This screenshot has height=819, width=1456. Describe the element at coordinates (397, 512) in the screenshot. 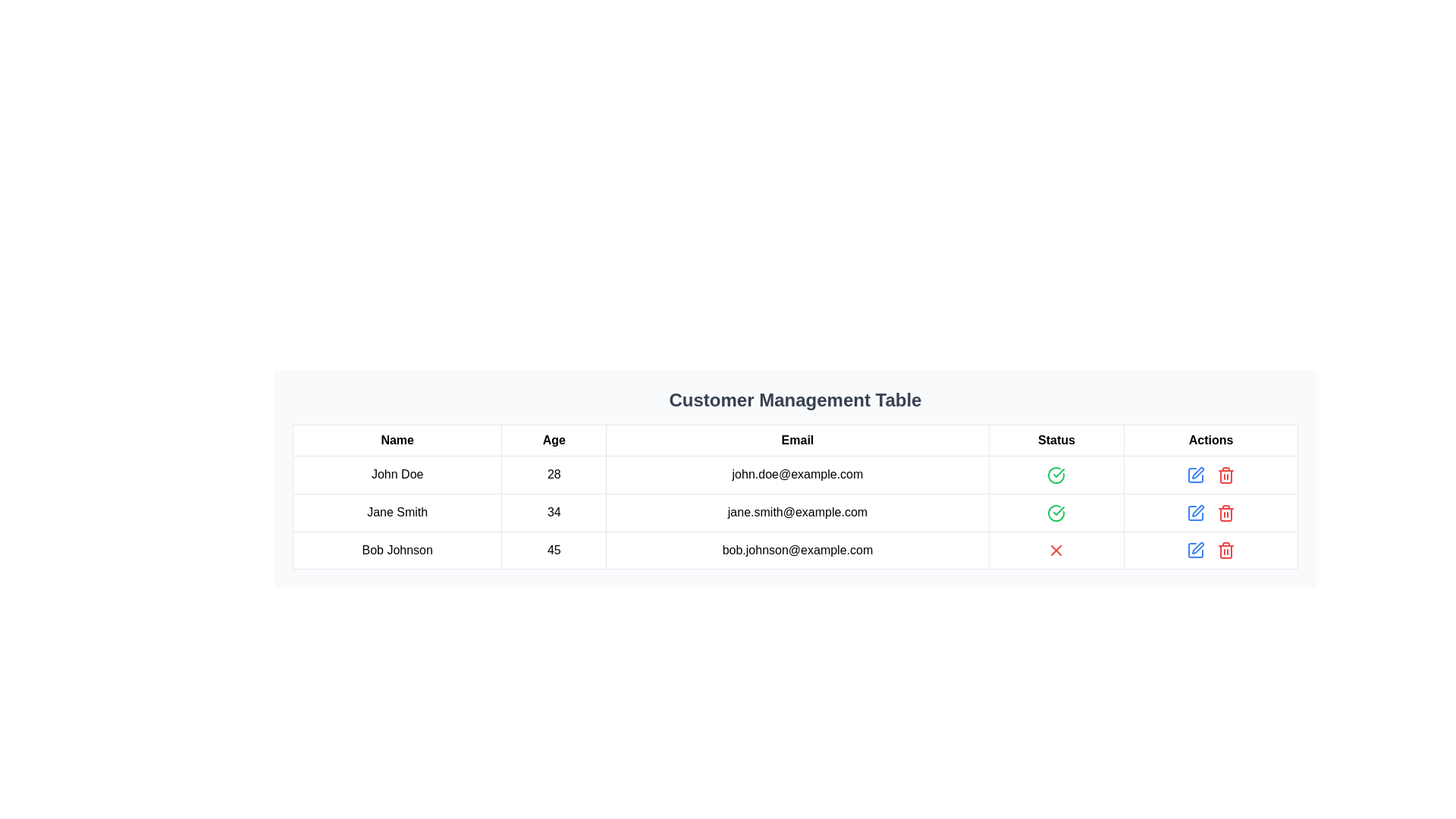

I see `the text label displaying 'Jane Smith' in the 'Name' column of the 'Customer Management Table'` at that location.